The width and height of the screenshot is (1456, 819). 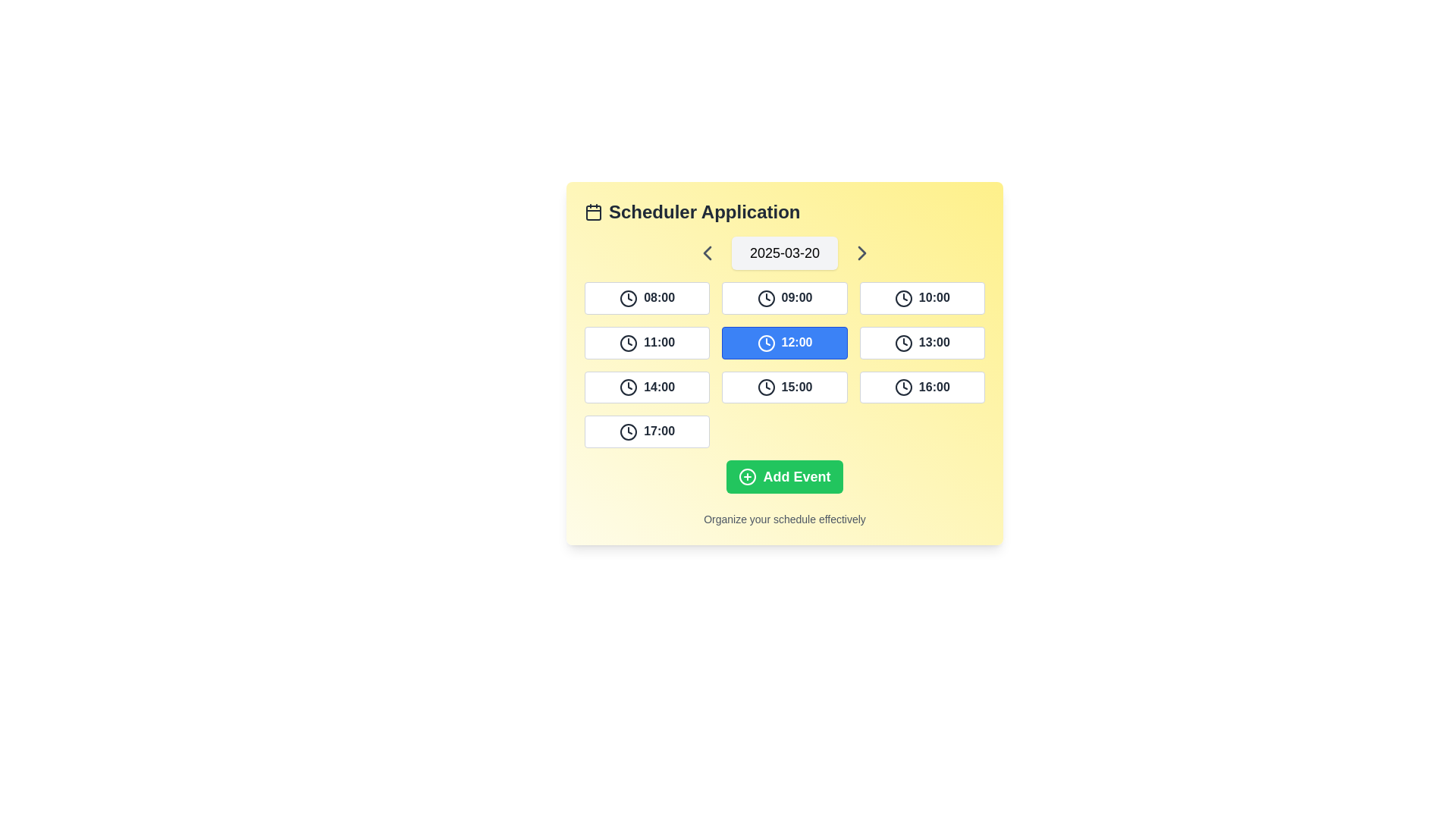 What do you see at coordinates (592, 213) in the screenshot?
I see `the Calendar icon located at the top left of the 'Scheduler Application' interface, which serves as a decorative element indicating a date or schedule` at bounding box center [592, 213].